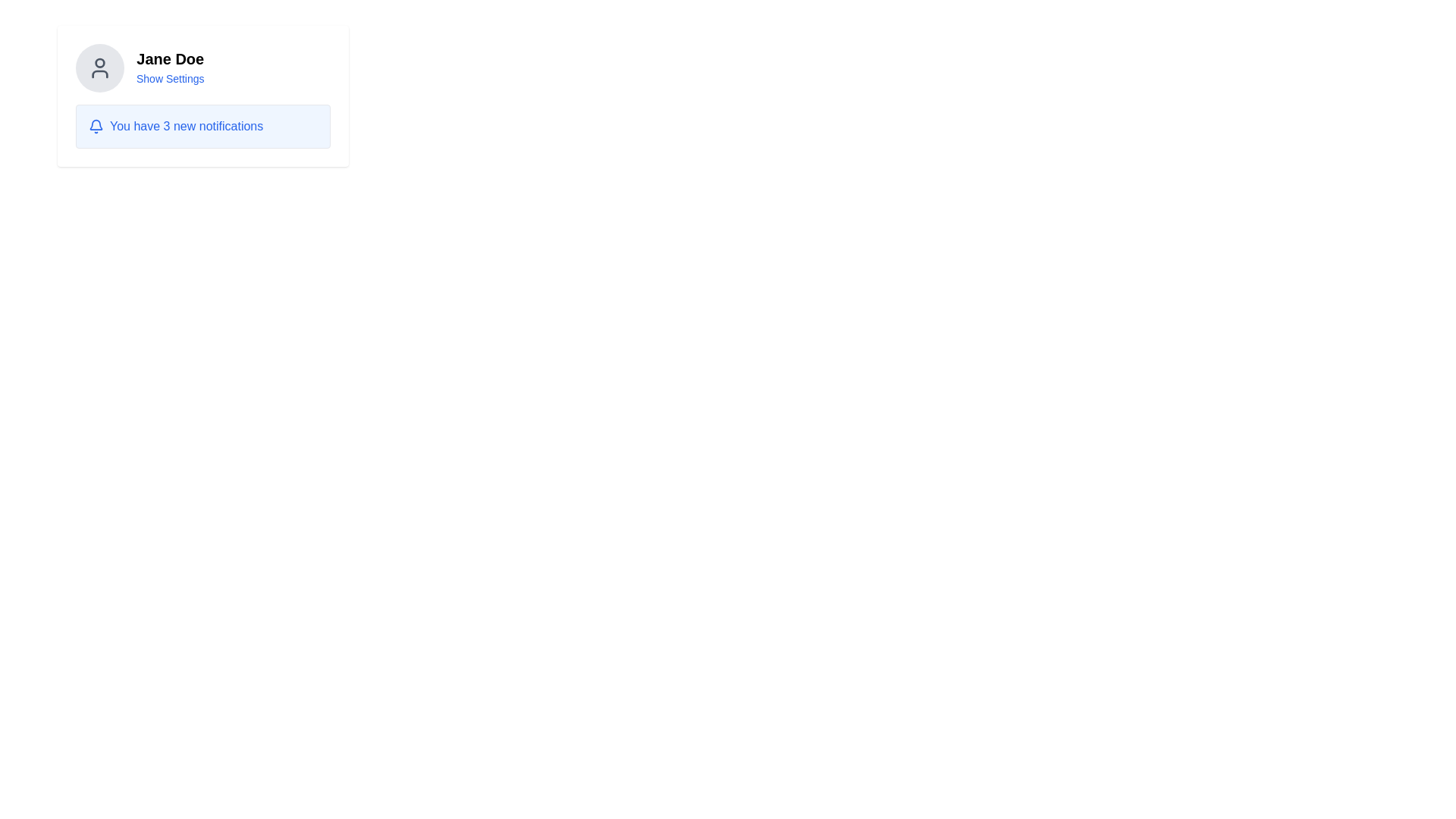 Image resolution: width=1456 pixels, height=819 pixels. Describe the element at coordinates (95, 125) in the screenshot. I see `the notification icon located to the left of the text 'You have 3 new notifications' in the notification panel, which visually indicates notifications` at that location.